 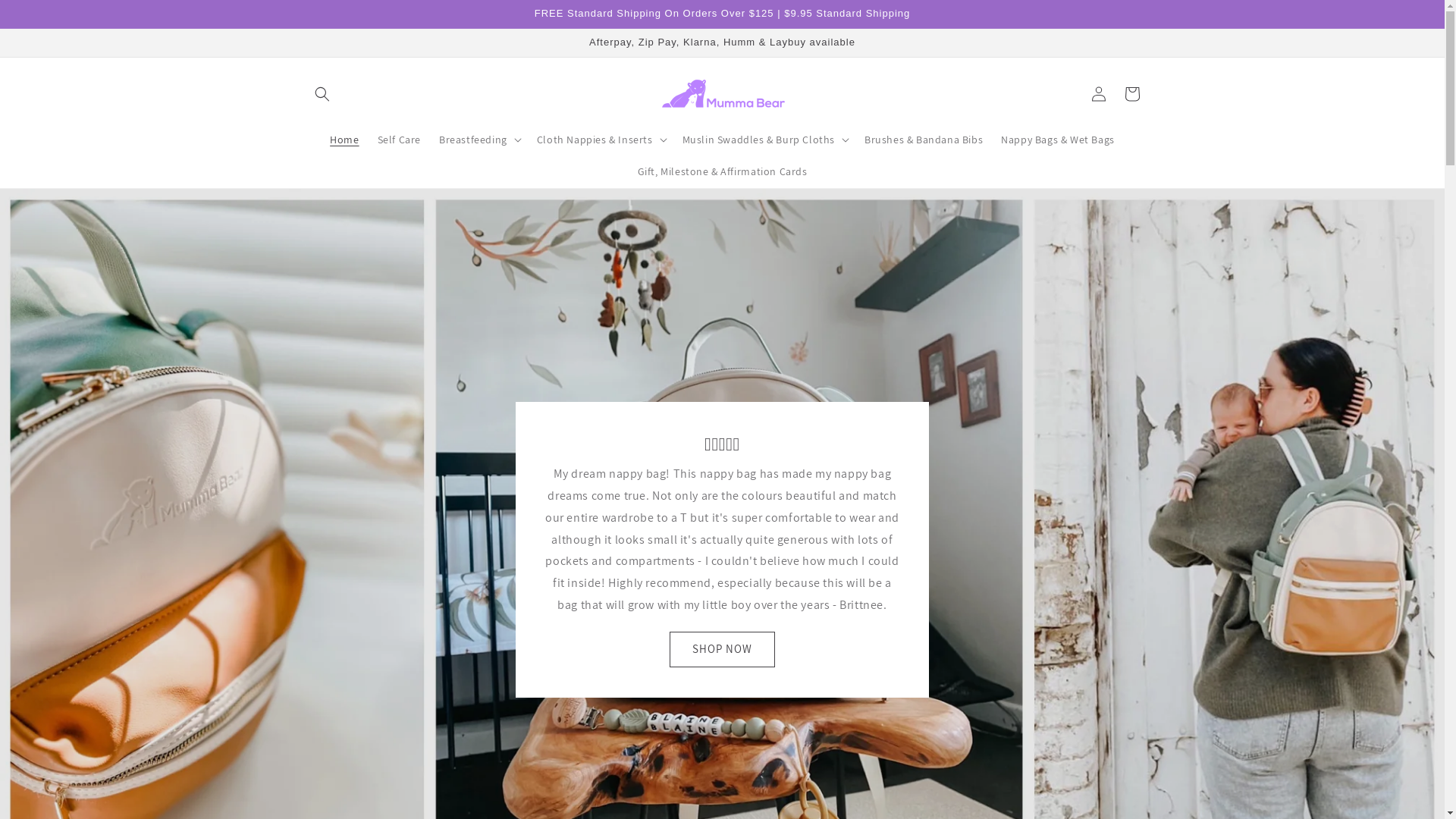 I want to click on 'Brushes & Bandana Bibs', so click(x=923, y=140).